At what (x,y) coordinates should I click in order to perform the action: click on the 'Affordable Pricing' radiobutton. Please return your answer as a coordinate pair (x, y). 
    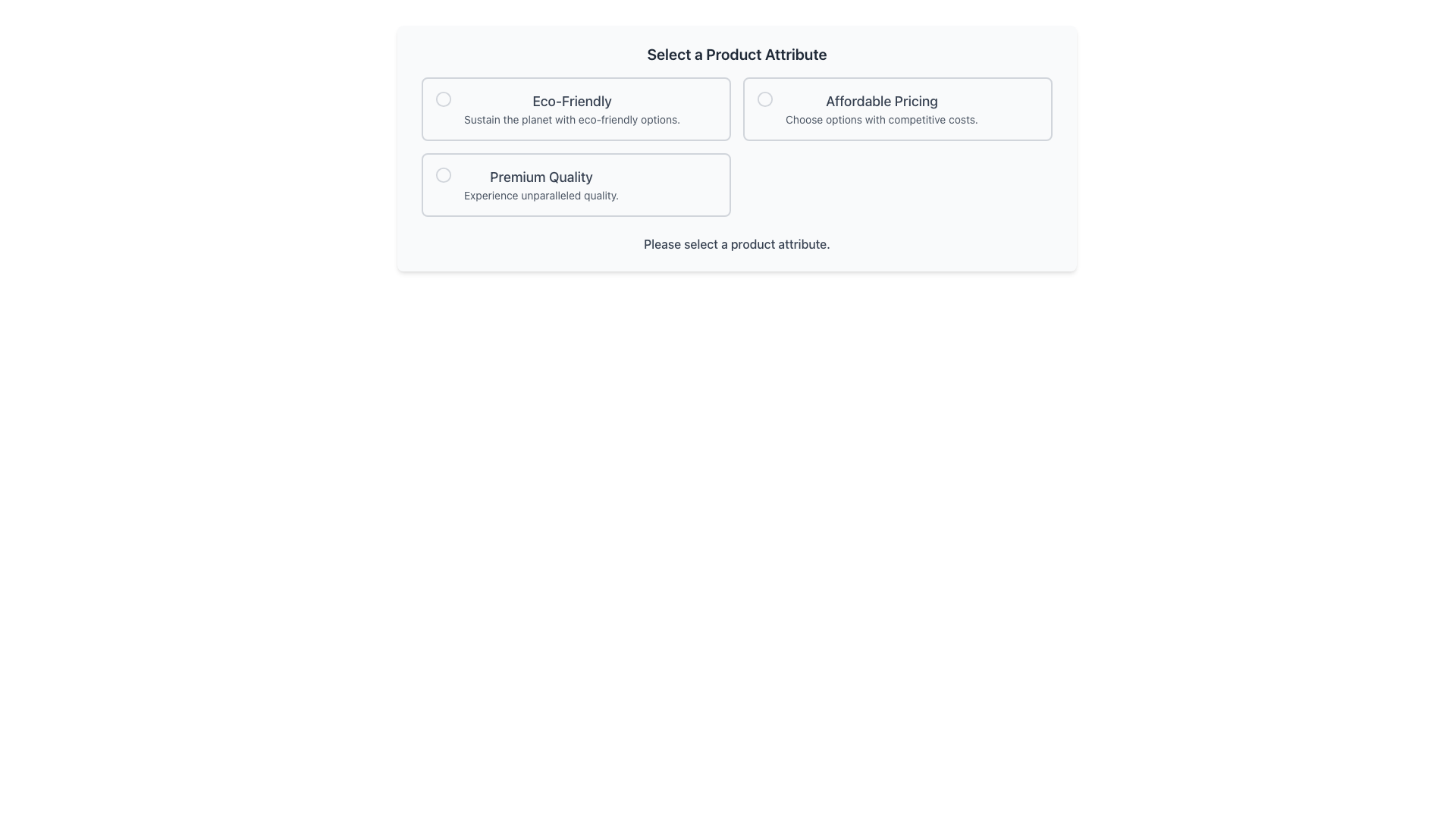
    Looking at the image, I should click on (764, 99).